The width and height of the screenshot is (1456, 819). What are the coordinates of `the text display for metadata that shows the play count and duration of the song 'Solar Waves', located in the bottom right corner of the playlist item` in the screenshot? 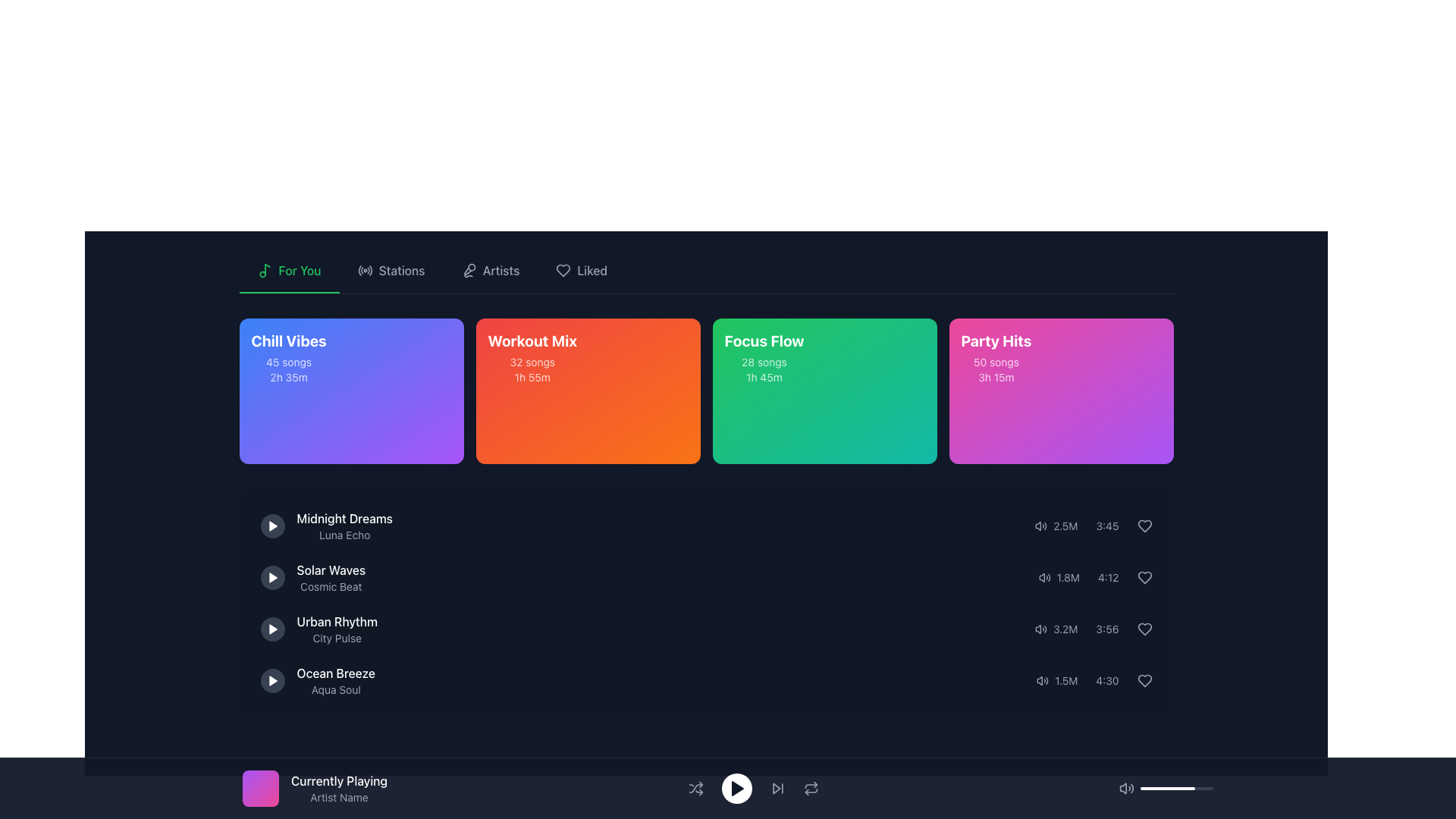 It's located at (1095, 578).